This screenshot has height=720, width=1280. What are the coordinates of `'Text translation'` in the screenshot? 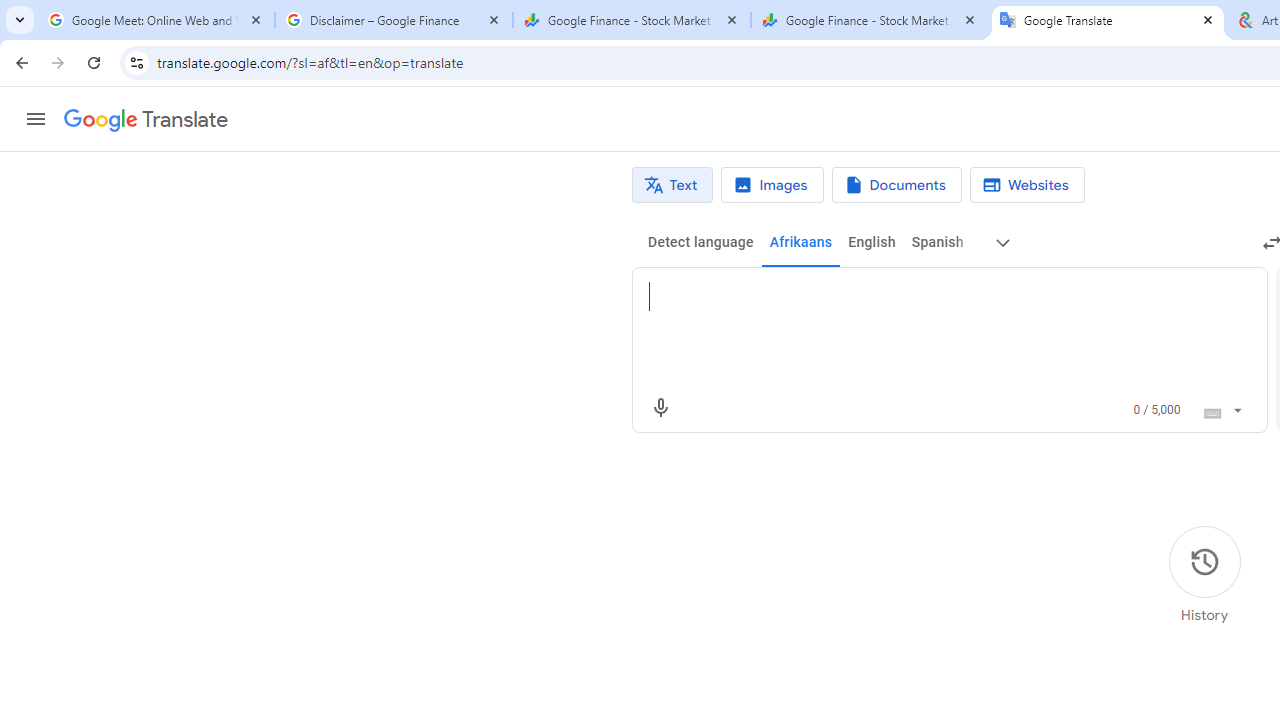 It's located at (672, 185).